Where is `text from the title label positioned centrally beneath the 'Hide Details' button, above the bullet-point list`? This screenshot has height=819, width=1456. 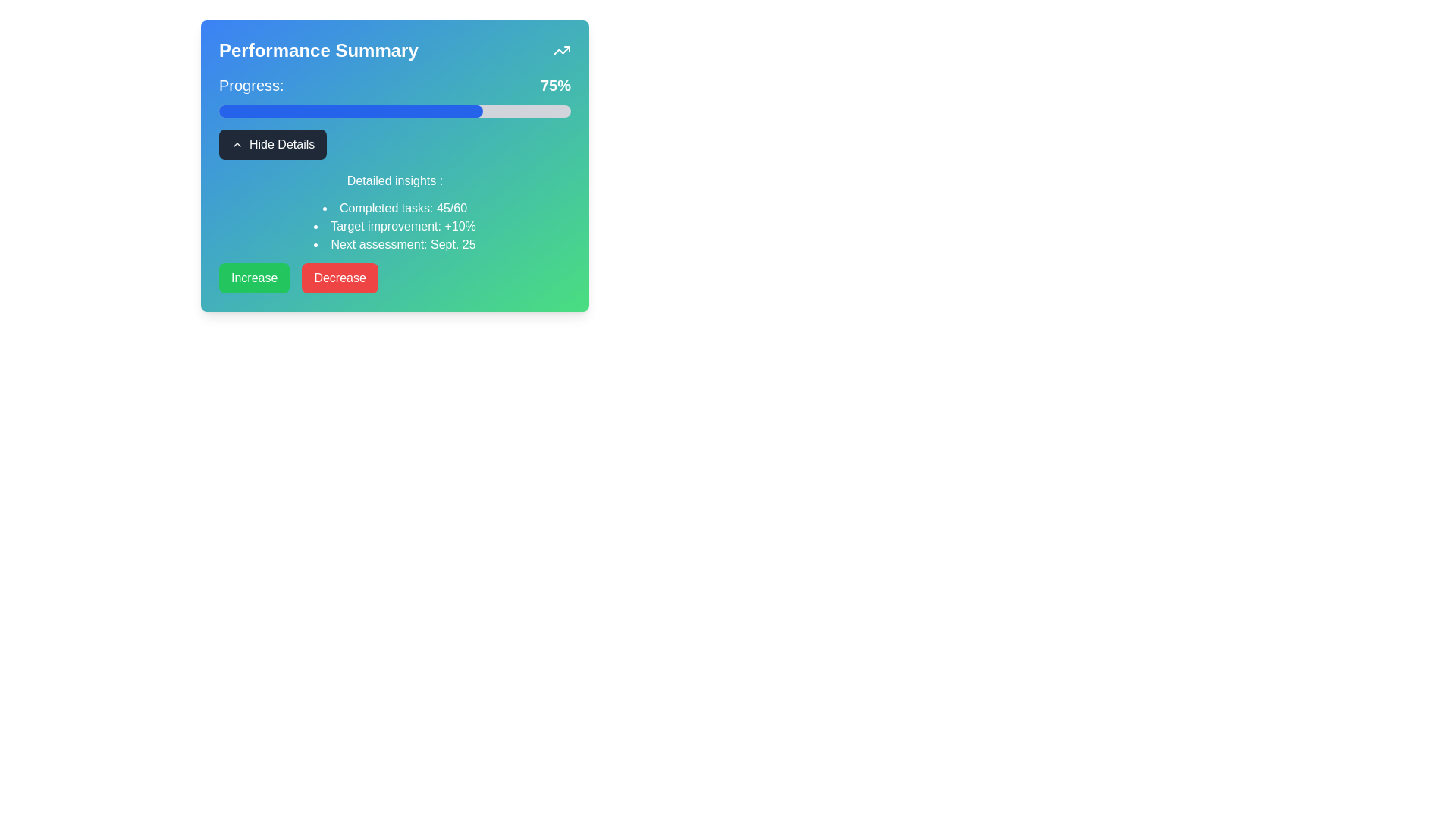 text from the title label positioned centrally beneath the 'Hide Details' button, above the bullet-point list is located at coordinates (395, 180).